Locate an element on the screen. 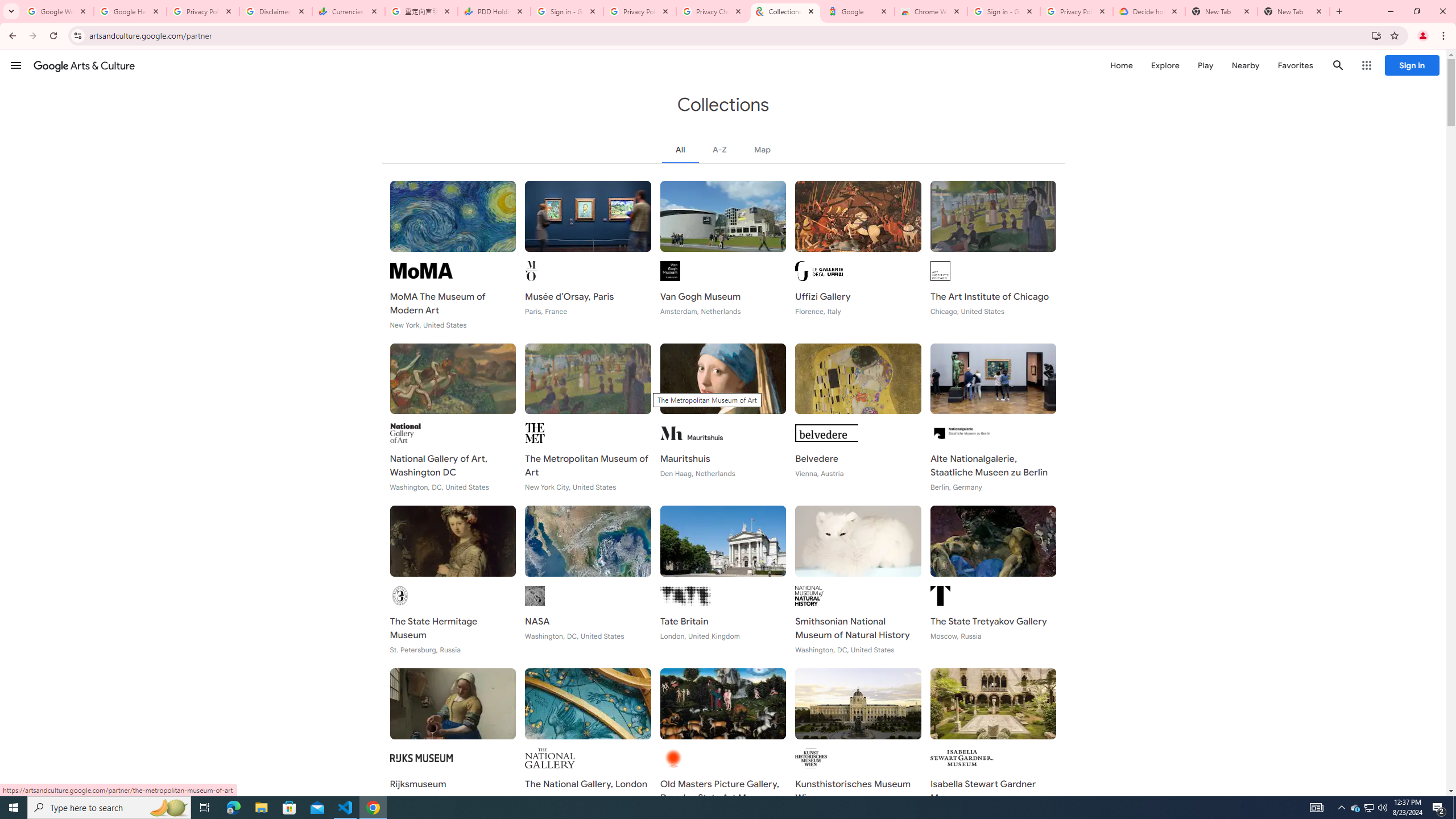 This screenshot has width=1456, height=819. 'Van Gogh Museum Amsterdam, Netherlands' is located at coordinates (723, 255).